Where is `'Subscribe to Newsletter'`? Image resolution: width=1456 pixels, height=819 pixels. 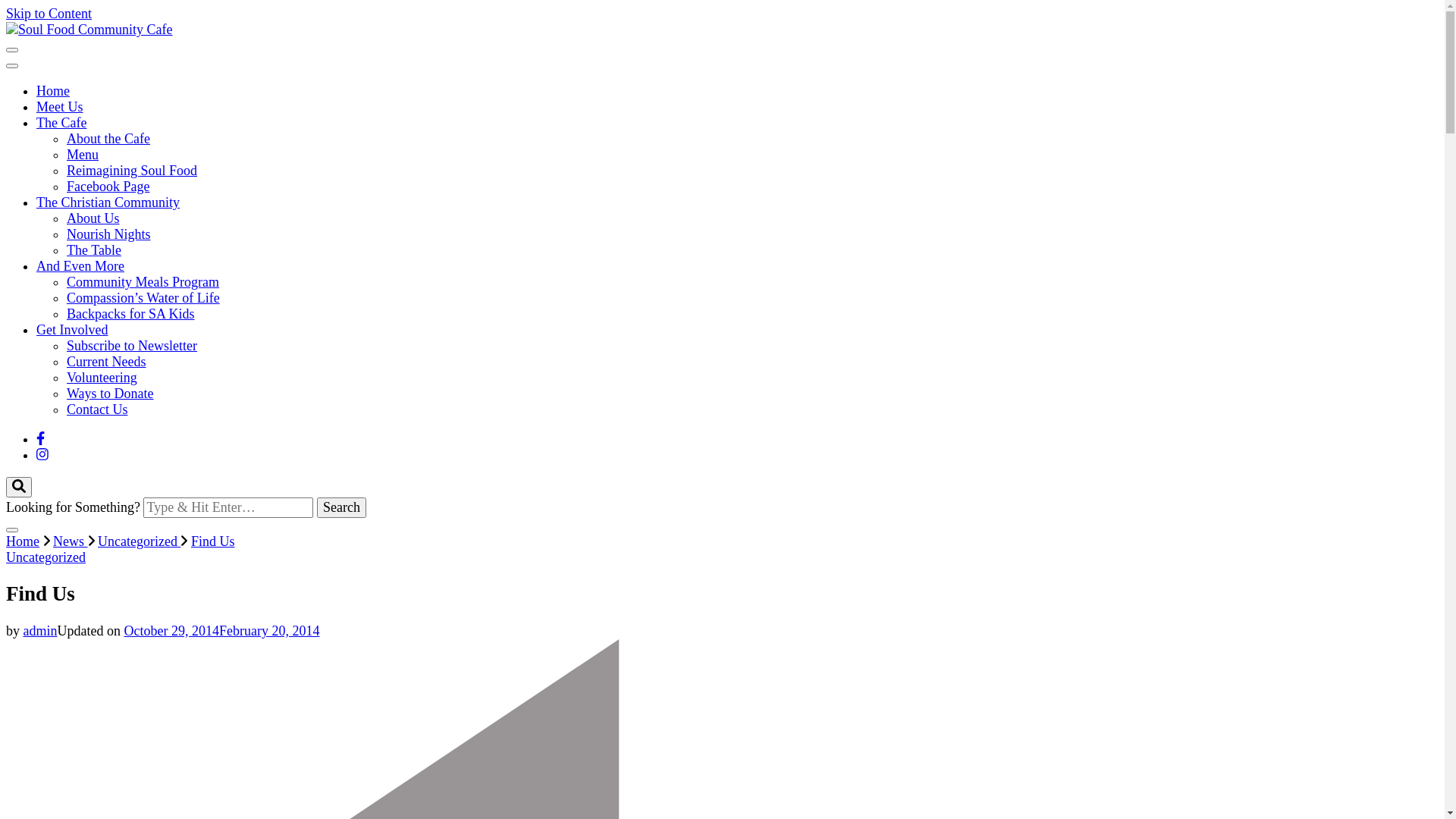 'Subscribe to Newsletter' is located at coordinates (131, 345).